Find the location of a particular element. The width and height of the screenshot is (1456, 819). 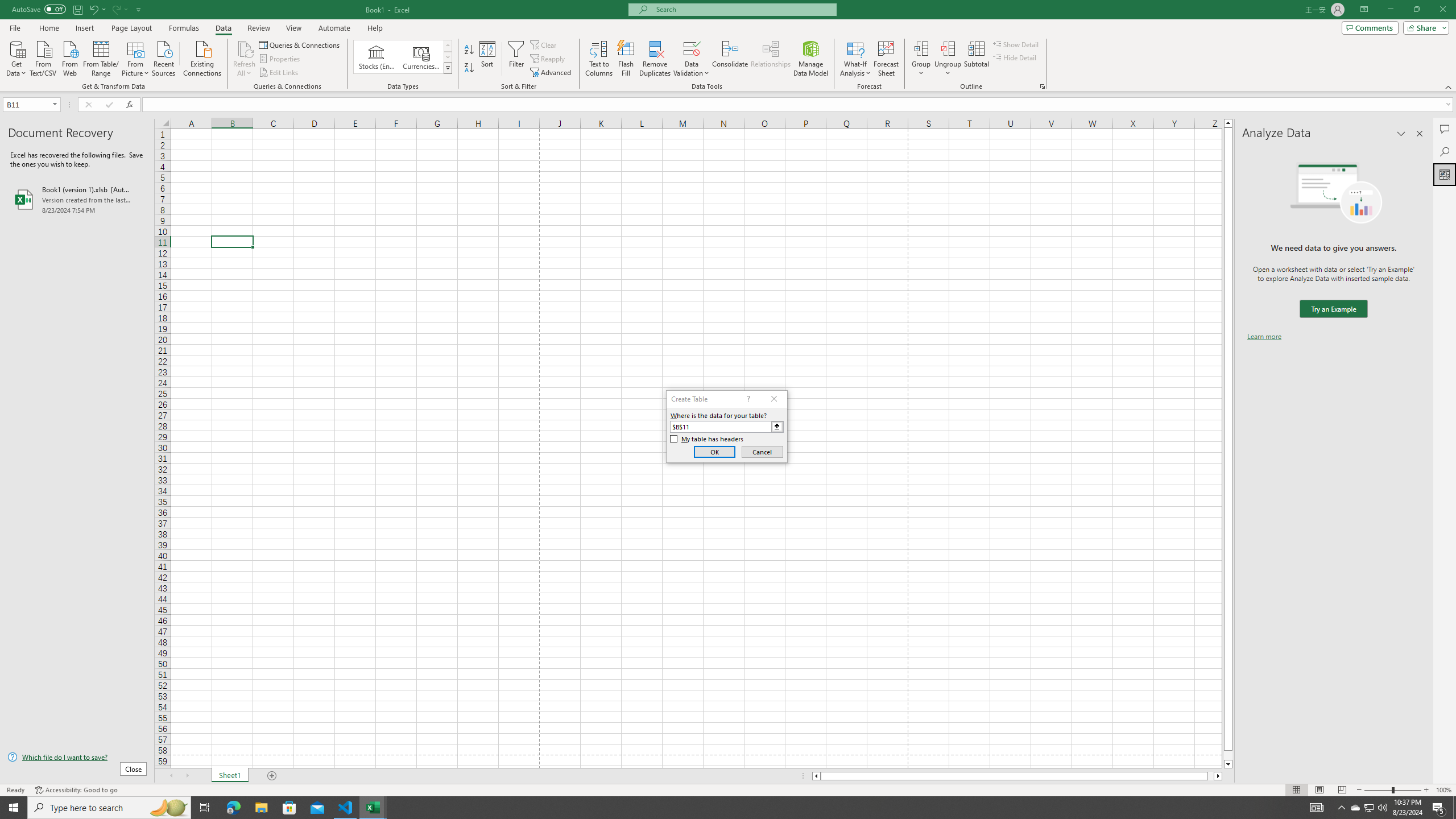

'Ungroup...' is located at coordinates (948, 48).